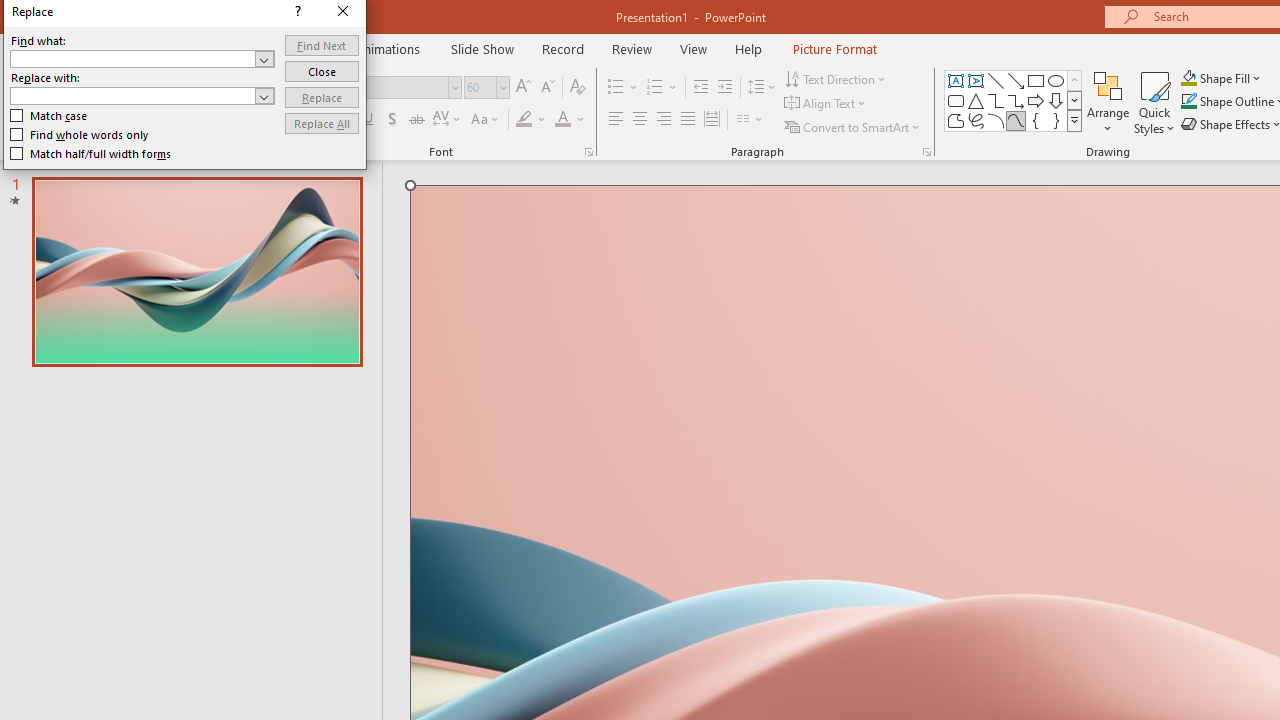 The height and width of the screenshot is (720, 1280). Describe the element at coordinates (1073, 120) in the screenshot. I see `'Shapes'` at that location.